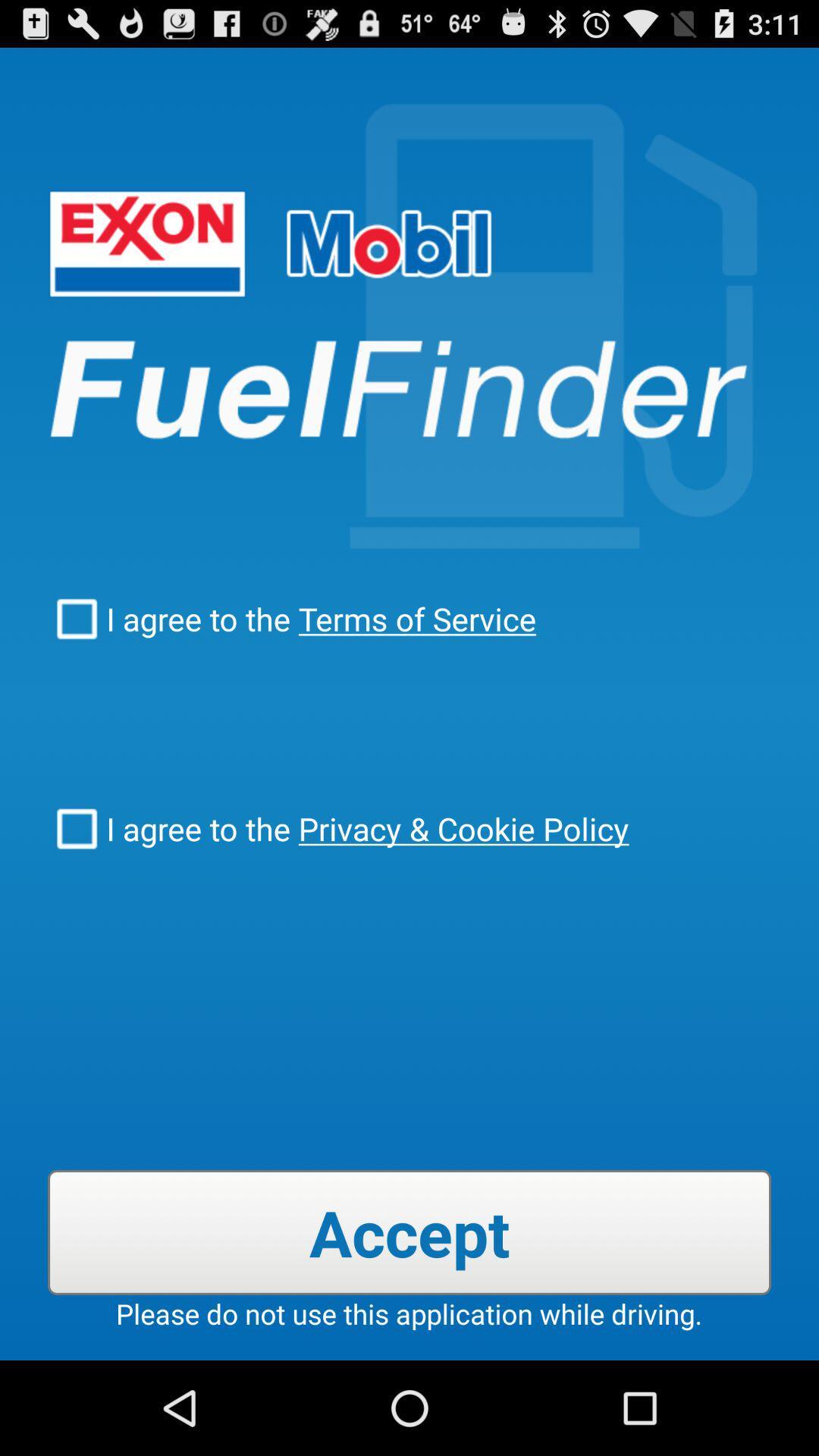 This screenshot has height=1456, width=819. What do you see at coordinates (459, 827) in the screenshot?
I see `the checkbox next to the i agree to item` at bounding box center [459, 827].